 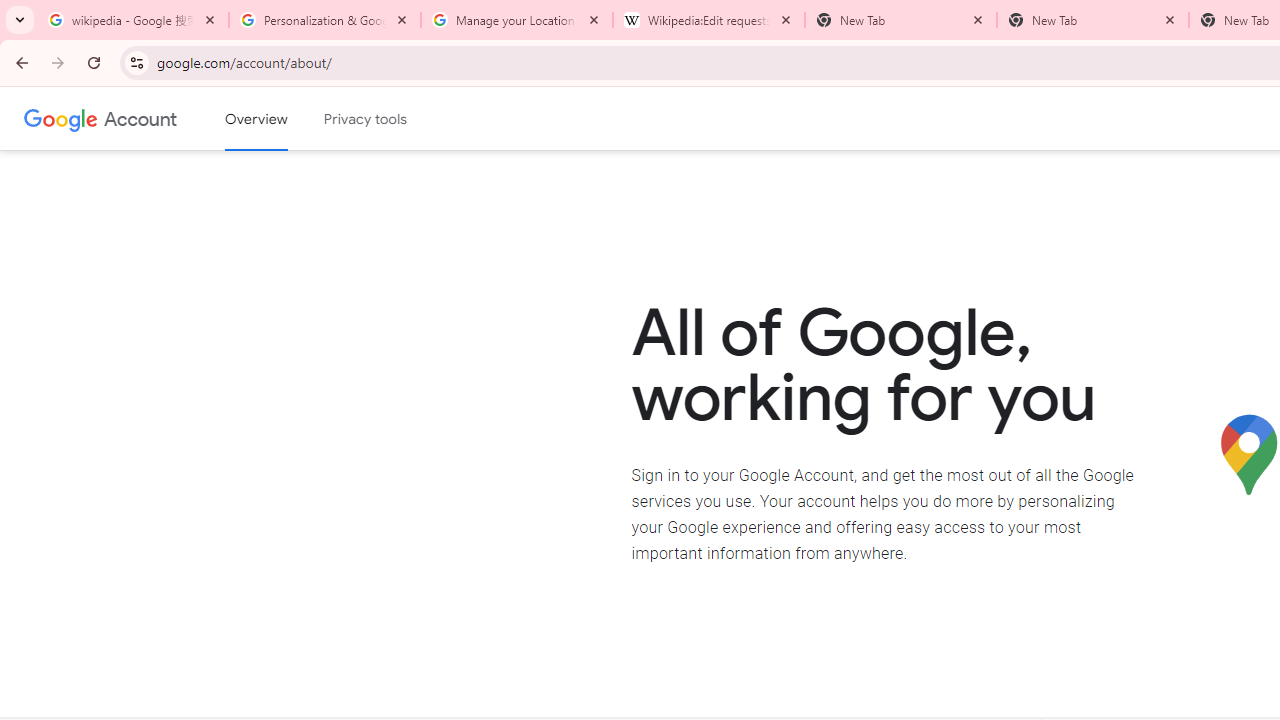 I want to click on 'Manage your Location History - Google Search Help', so click(x=517, y=20).